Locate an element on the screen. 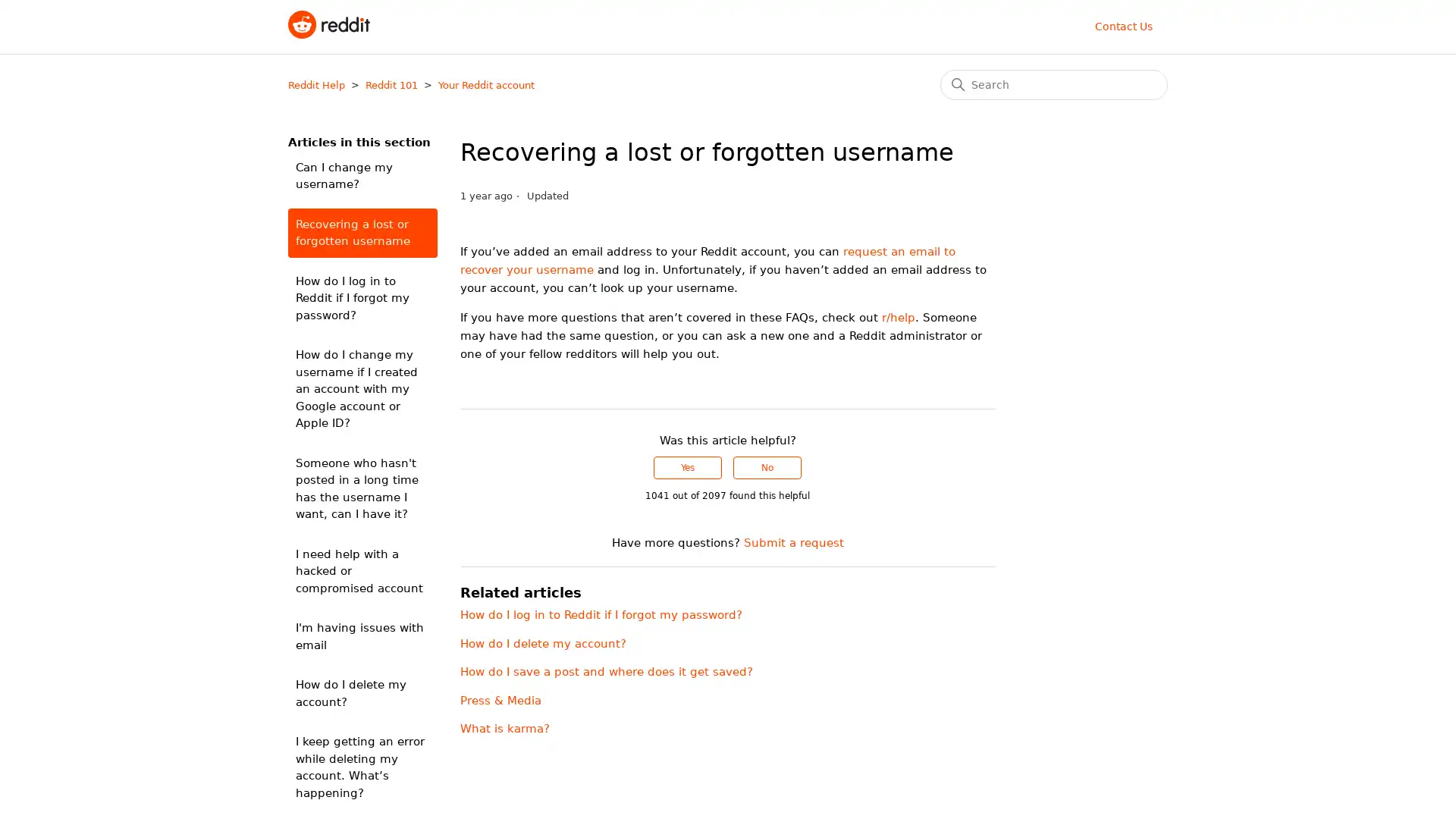 This screenshot has width=1456, height=819. This article was helpful is located at coordinates (687, 467).